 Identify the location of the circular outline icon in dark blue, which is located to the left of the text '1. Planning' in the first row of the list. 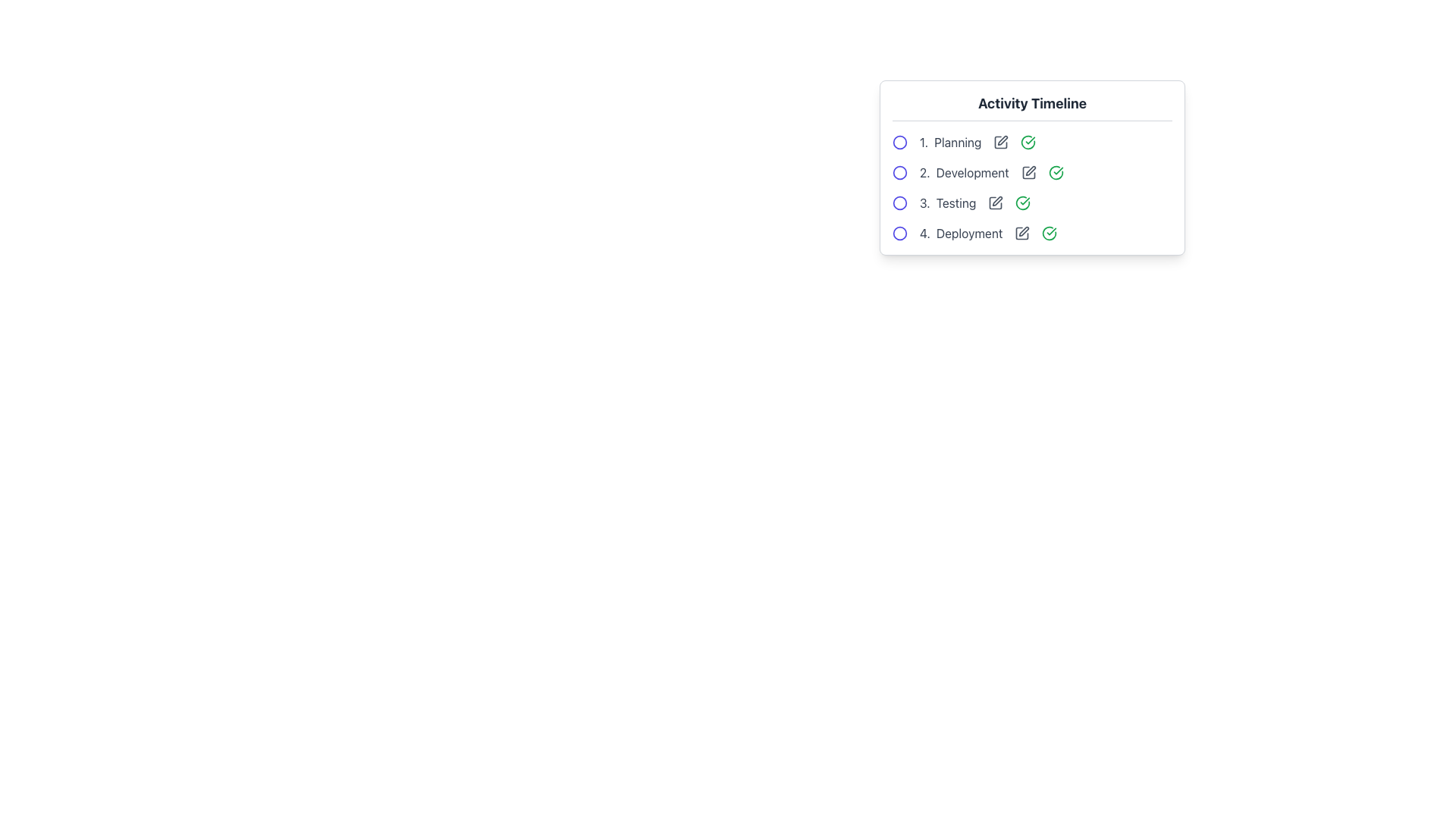
(899, 143).